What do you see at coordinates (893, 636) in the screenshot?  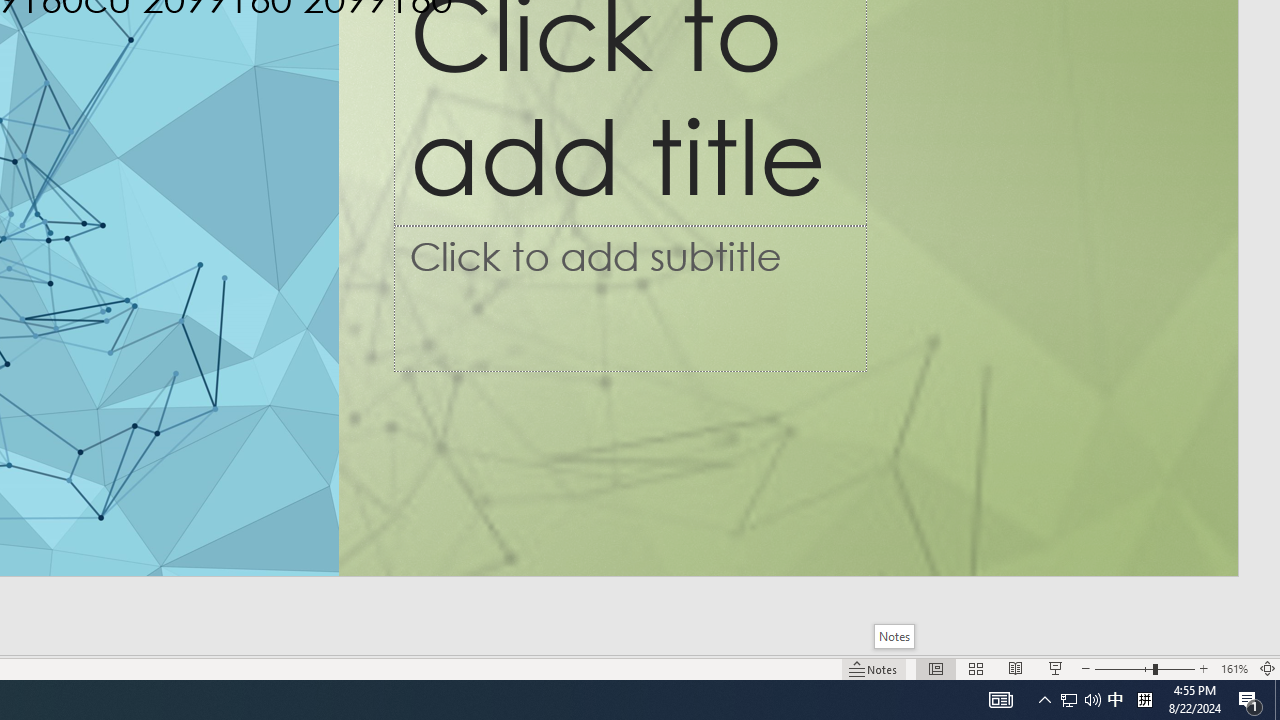 I see `'Notes'` at bounding box center [893, 636].